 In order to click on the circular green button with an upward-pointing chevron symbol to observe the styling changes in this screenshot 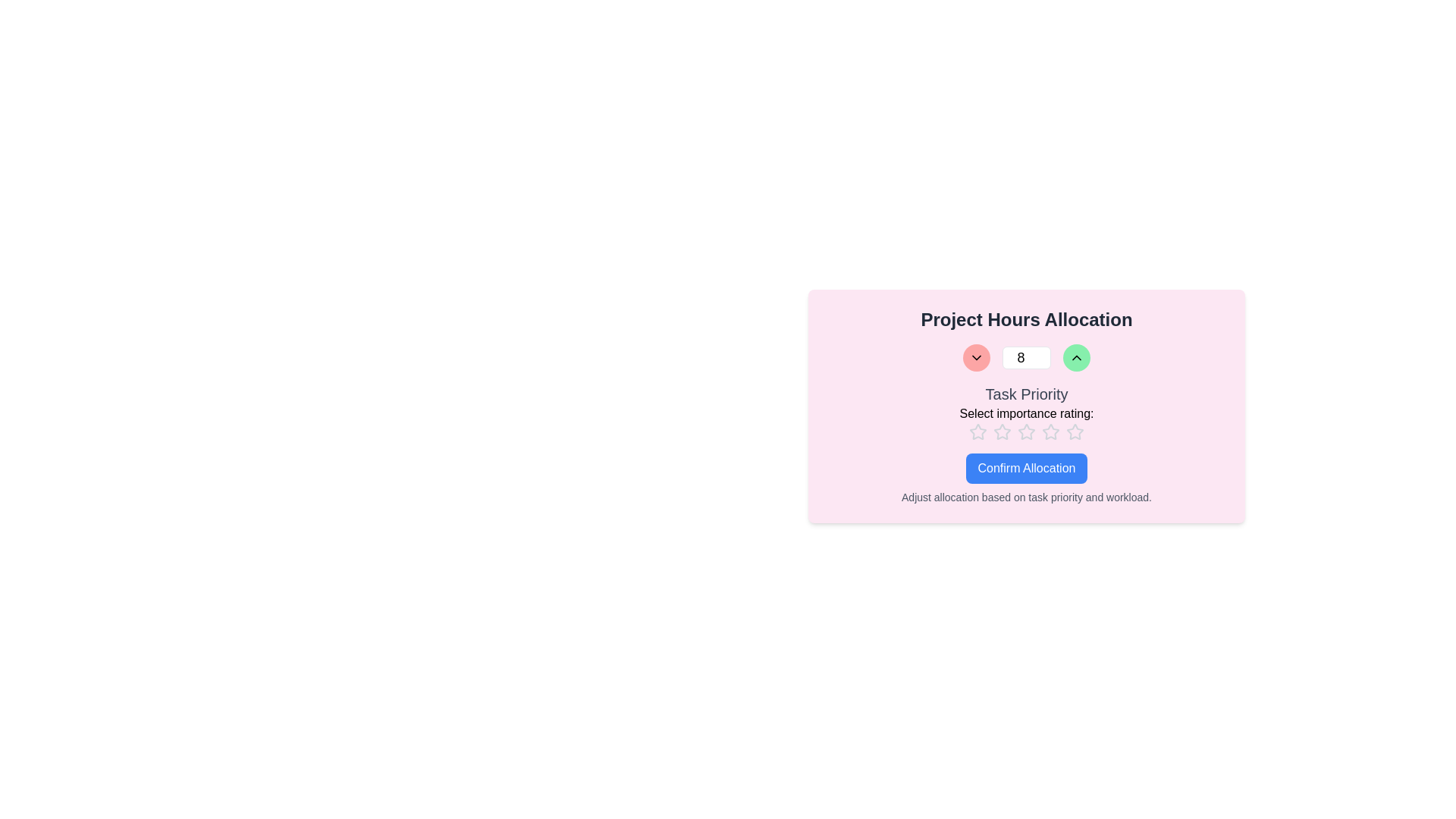, I will do `click(1076, 357)`.